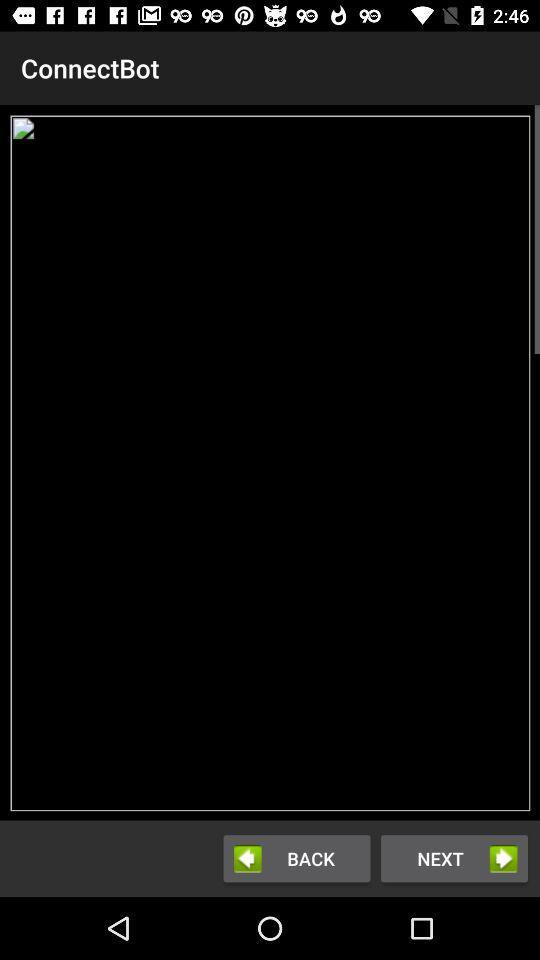  Describe the element at coordinates (270, 462) in the screenshot. I see `the item above the back icon` at that location.